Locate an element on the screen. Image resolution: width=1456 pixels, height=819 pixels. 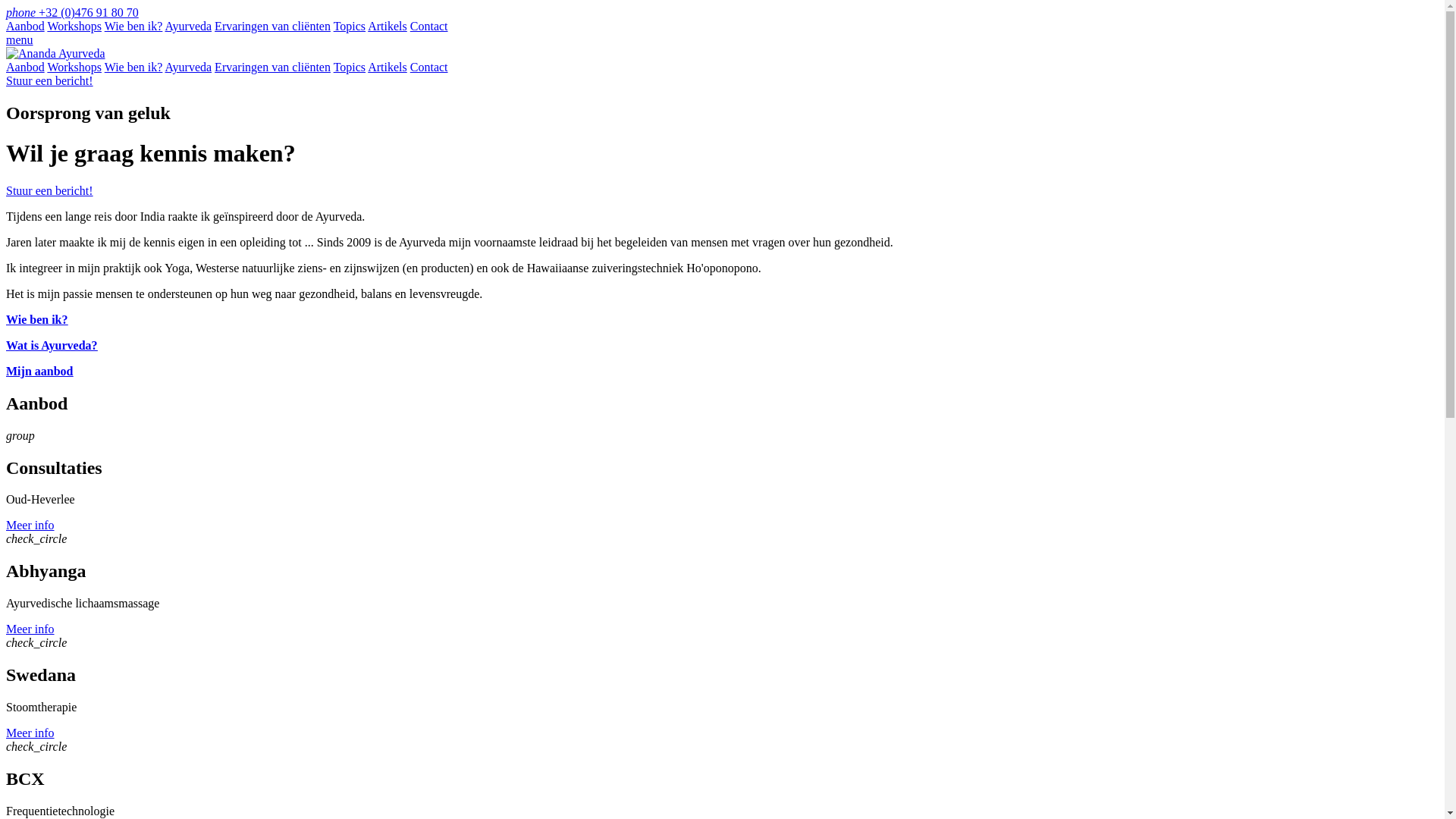
'Ayurveda' is located at coordinates (164, 66).